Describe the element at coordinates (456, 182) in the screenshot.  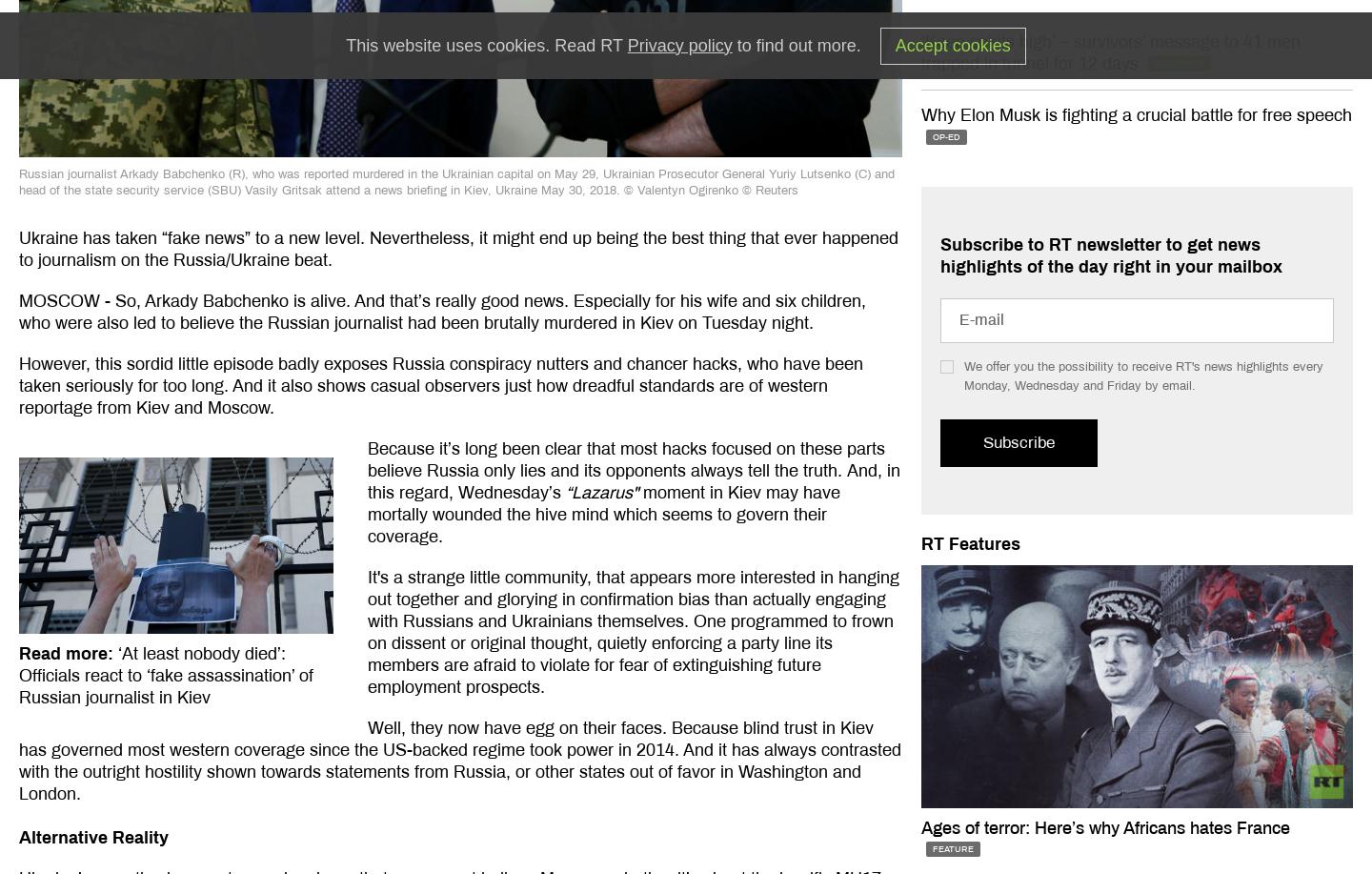
I see `'Russian journalist Arkady Babchenko (R), who was reported murdered in the Ukrainian capital on May 29, Ukrainian Prosecutor General Yuriy Lutsenko (C) and head of the state security service (SBU) Vasily Gritsak attend a news briefing in Kiev, Ukraine May 30, 2018. © Valentyn Ogirenko'` at that location.